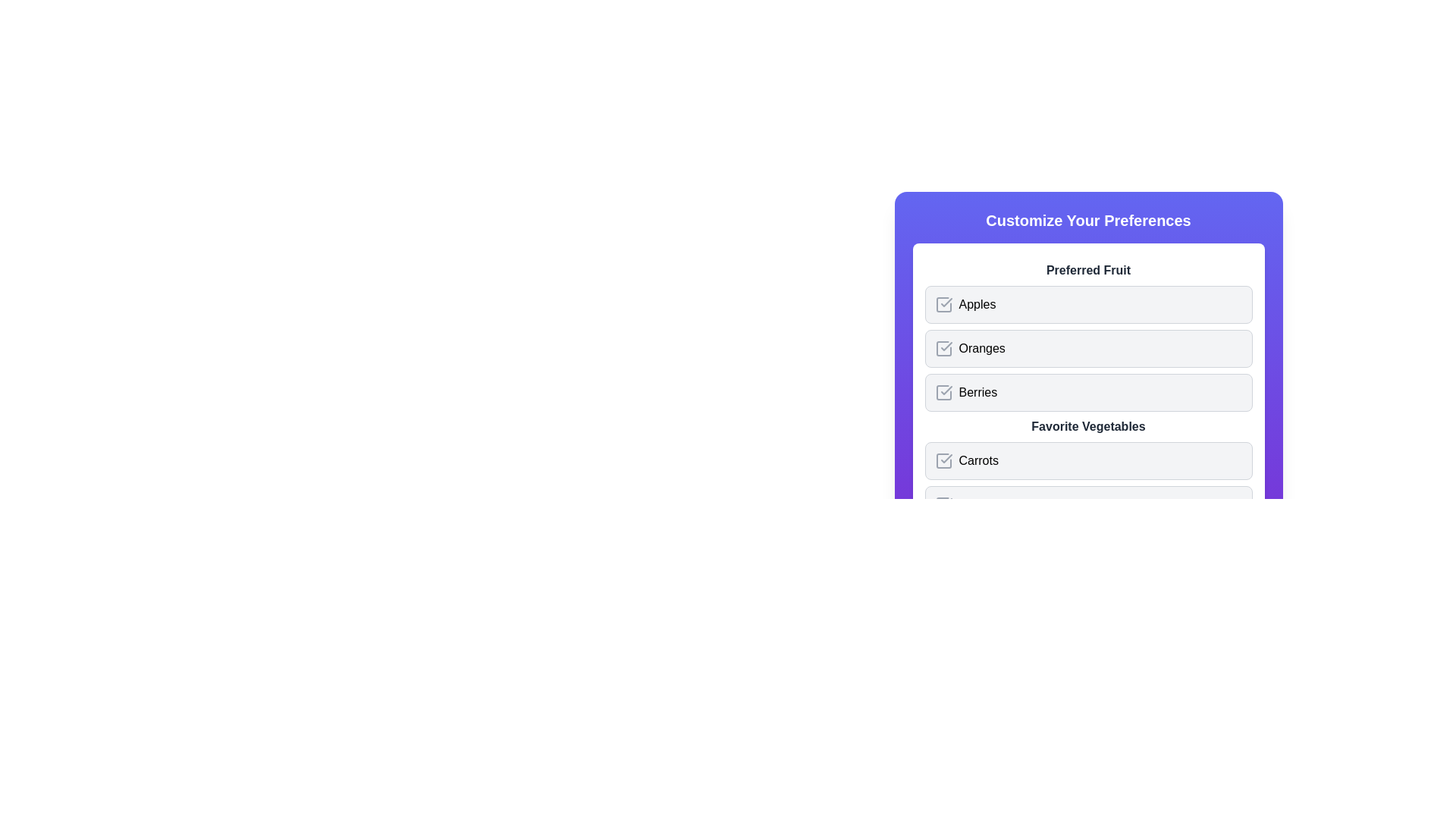  What do you see at coordinates (982, 348) in the screenshot?
I see `the text label displaying 'Oranges', which is centrally aligned and located to the right of a checkbox in the preferred fruits list` at bounding box center [982, 348].